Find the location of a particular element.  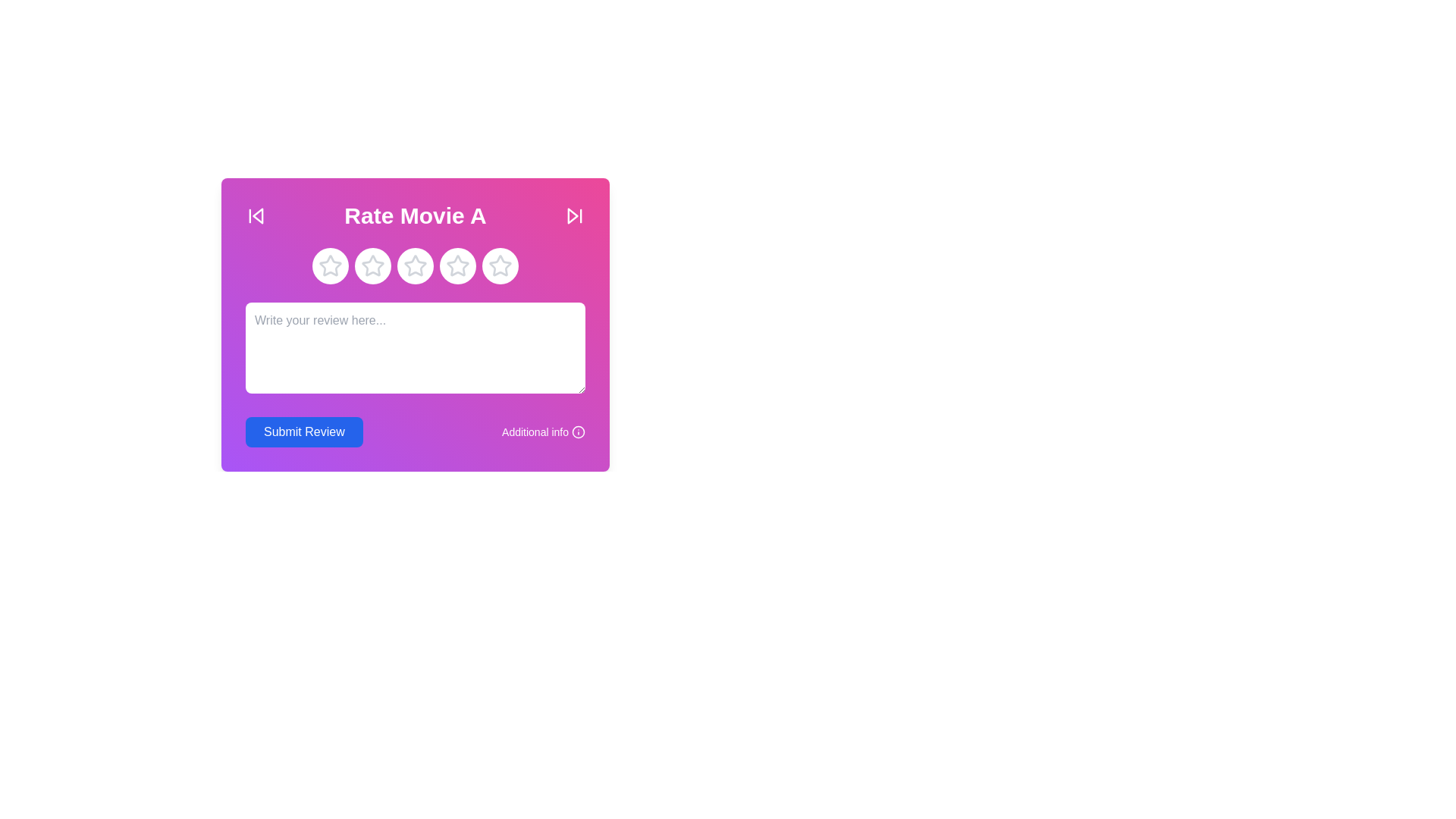

the first star-shaped rating icon in the row of five, located below the title 'Rate Movie A' is located at coordinates (329, 265).